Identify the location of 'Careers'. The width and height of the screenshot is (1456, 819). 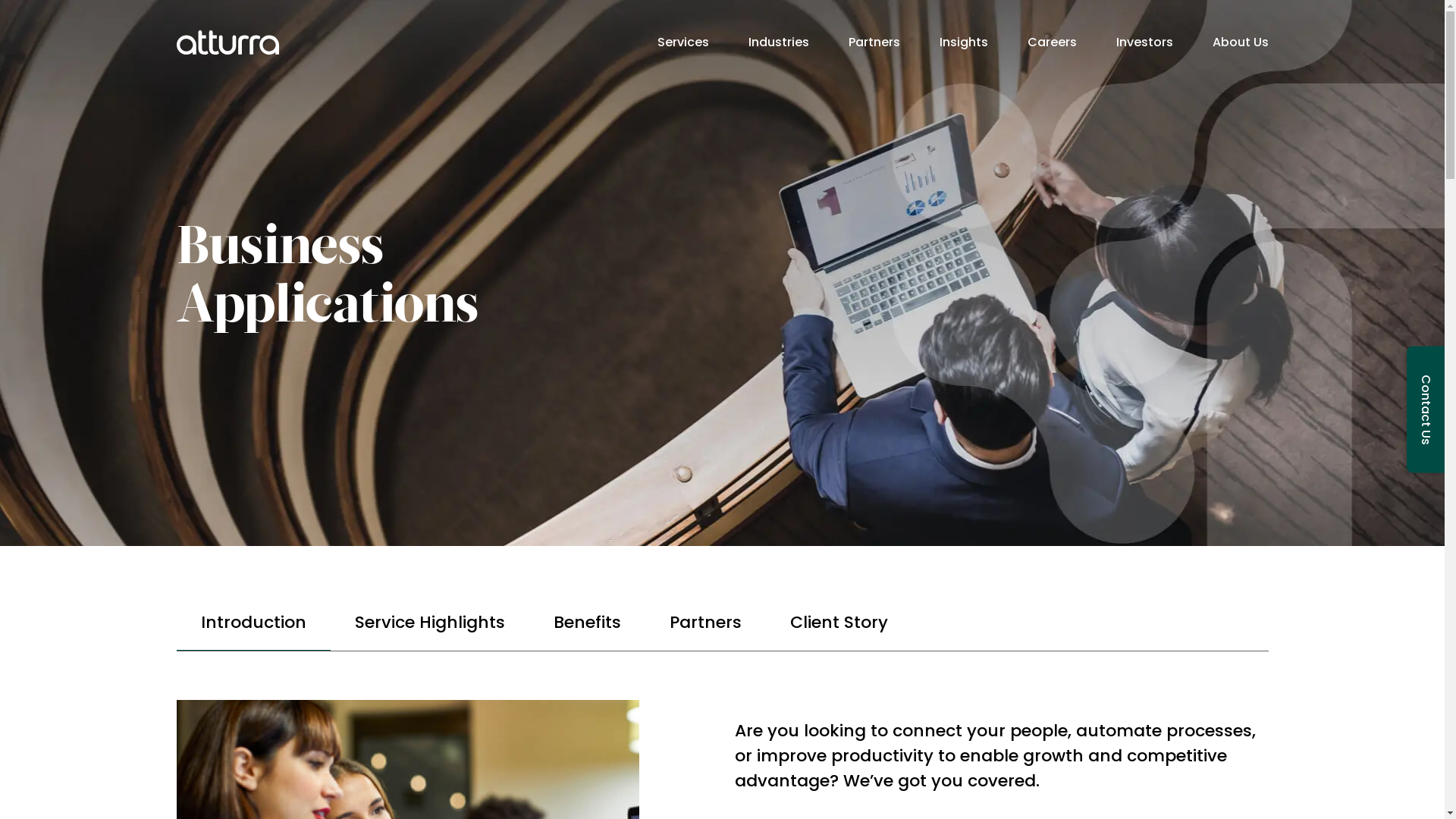
(1026, 42).